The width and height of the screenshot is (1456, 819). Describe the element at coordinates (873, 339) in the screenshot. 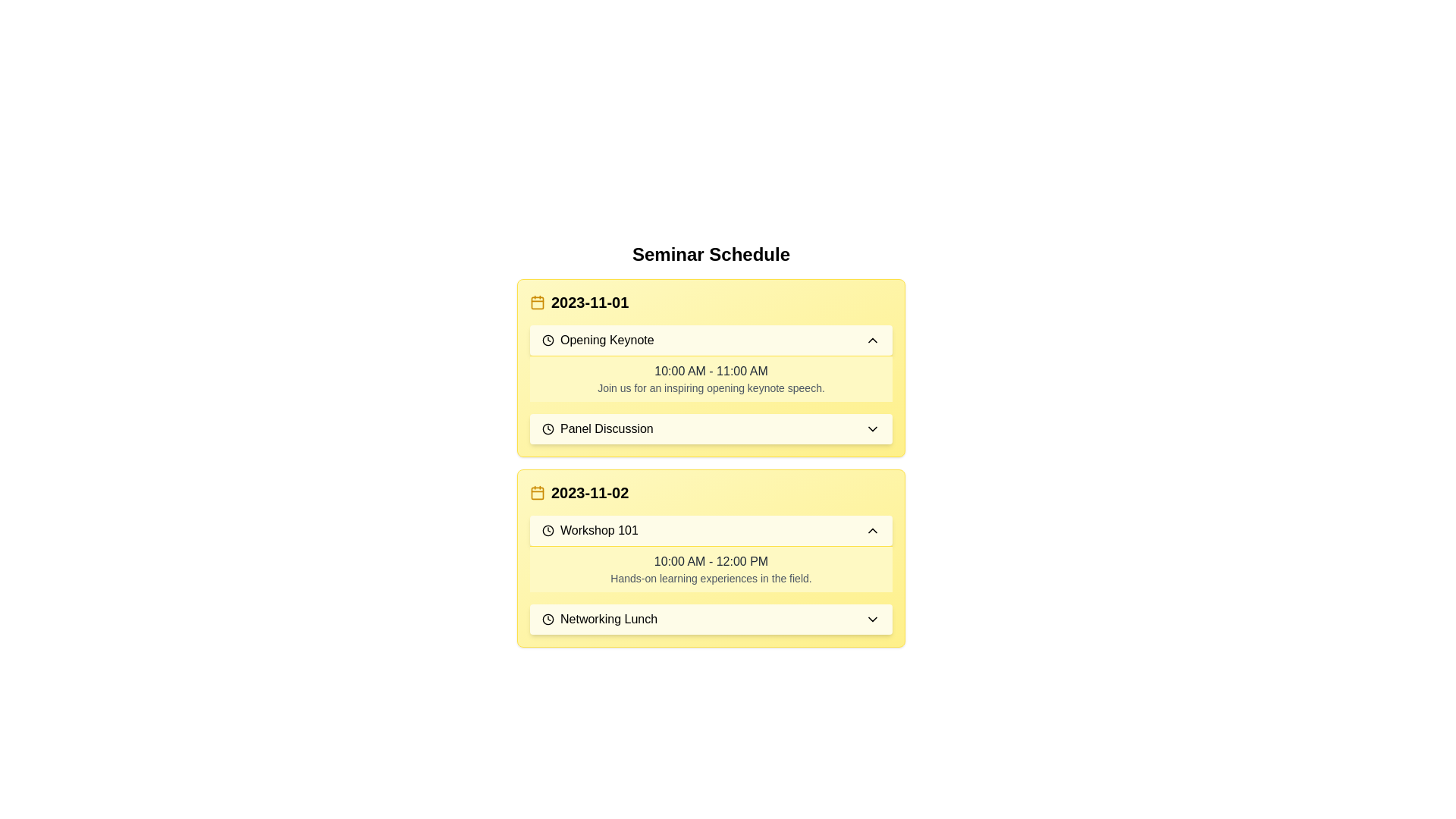

I see `the chevron button on the right end of the 'Opening Keynote' bar` at that location.